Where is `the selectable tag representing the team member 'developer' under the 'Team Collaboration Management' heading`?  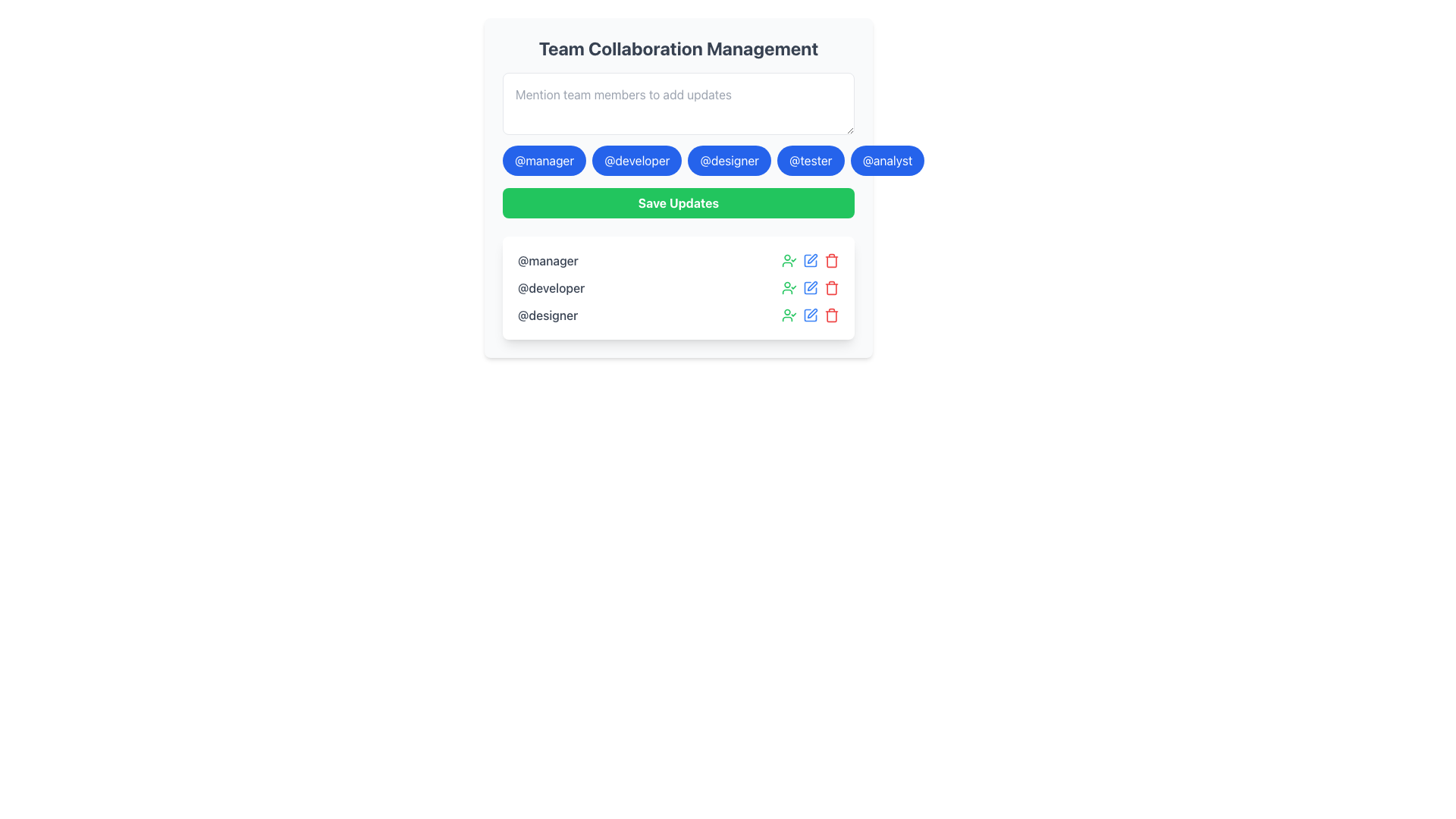
the selectable tag representing the team member 'developer' under the 'Team Collaboration Management' heading is located at coordinates (677, 161).